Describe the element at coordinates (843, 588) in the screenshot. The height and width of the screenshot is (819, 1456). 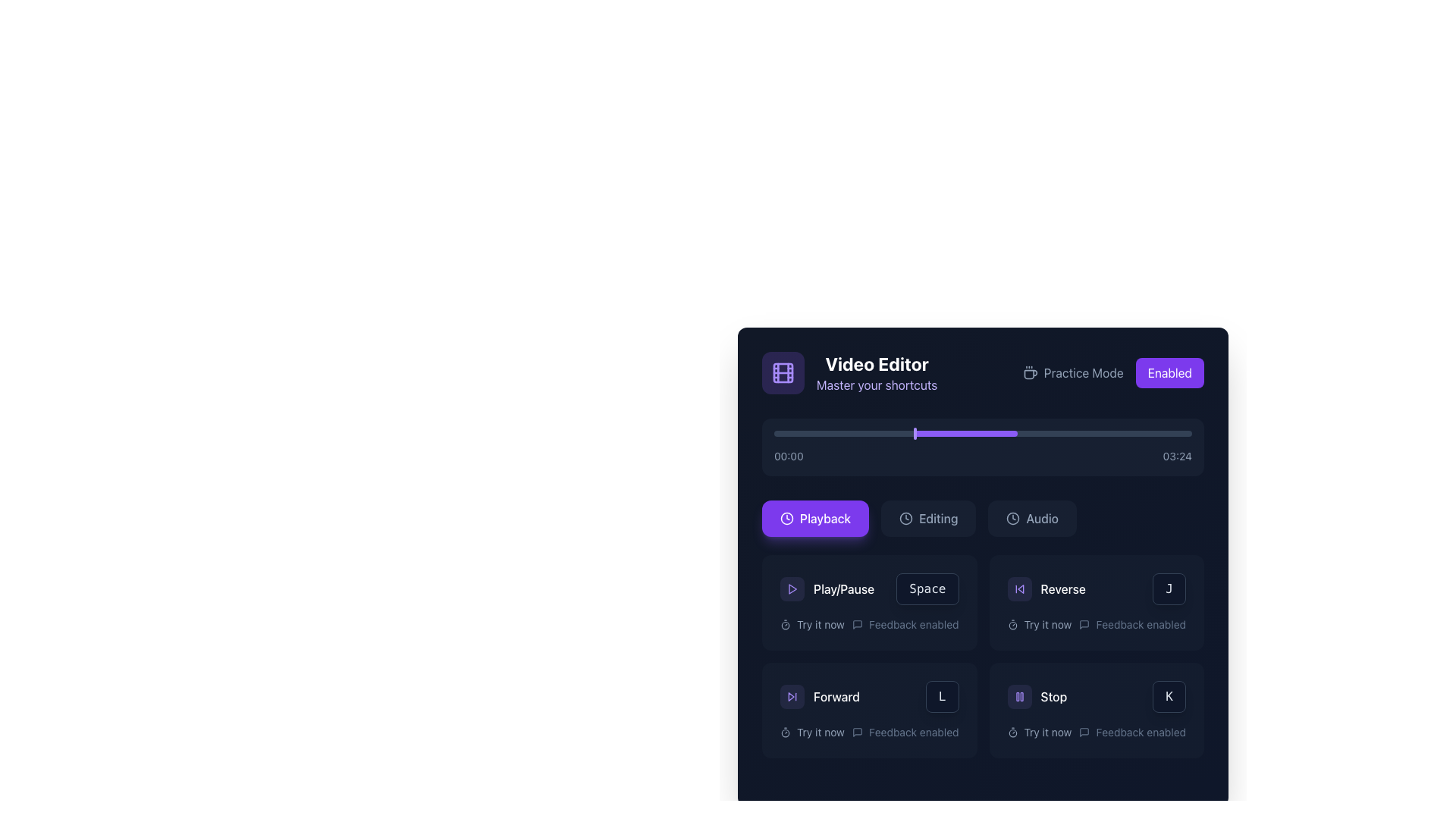
I see `the 'Play/Pause' label, which displays the text in a white font against a dark background, located in the middle-right section of the interface` at that location.